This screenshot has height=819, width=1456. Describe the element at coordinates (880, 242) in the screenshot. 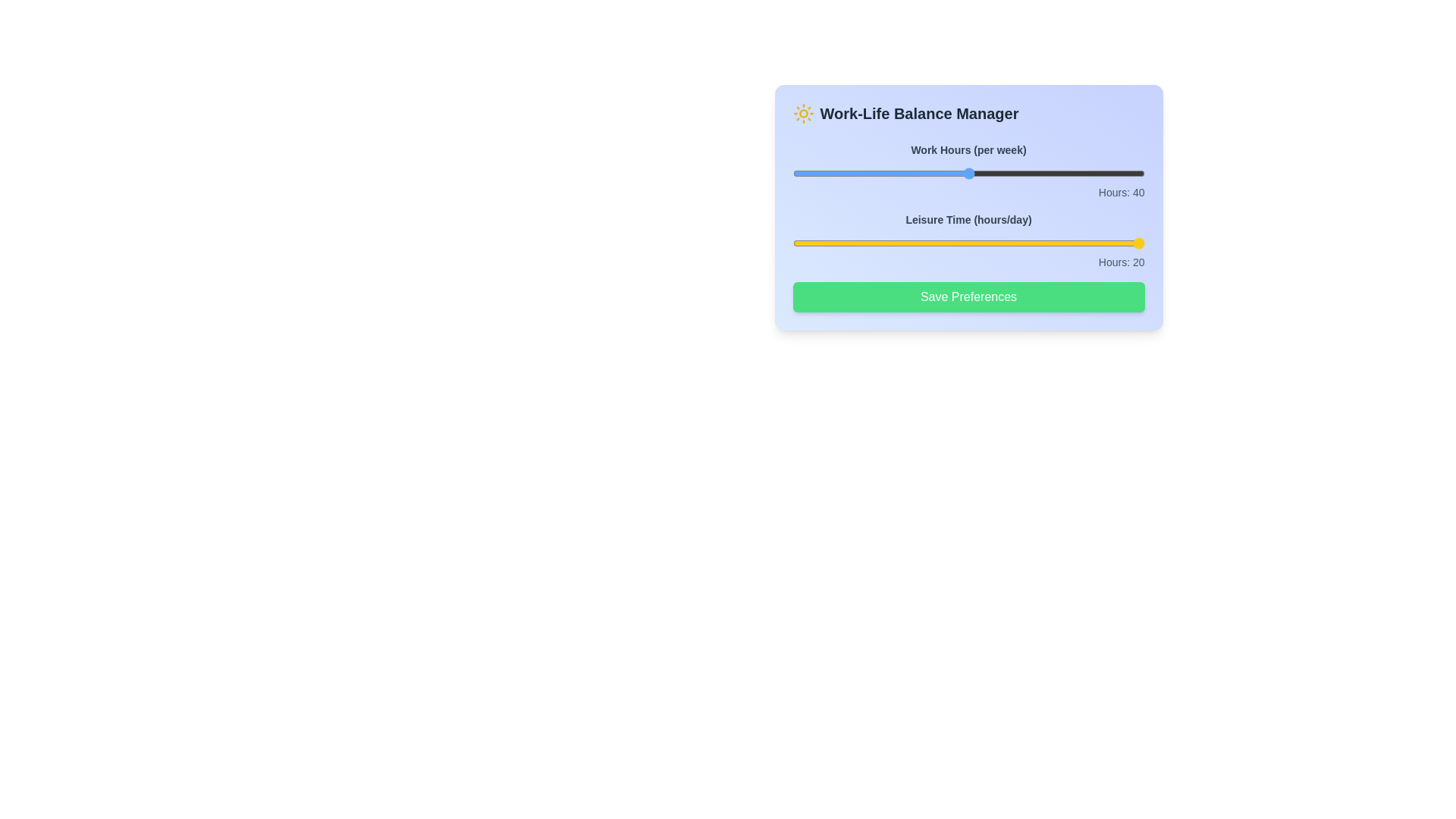

I see `the 'Leisure Time' slider to set leisure hours to 4` at that location.